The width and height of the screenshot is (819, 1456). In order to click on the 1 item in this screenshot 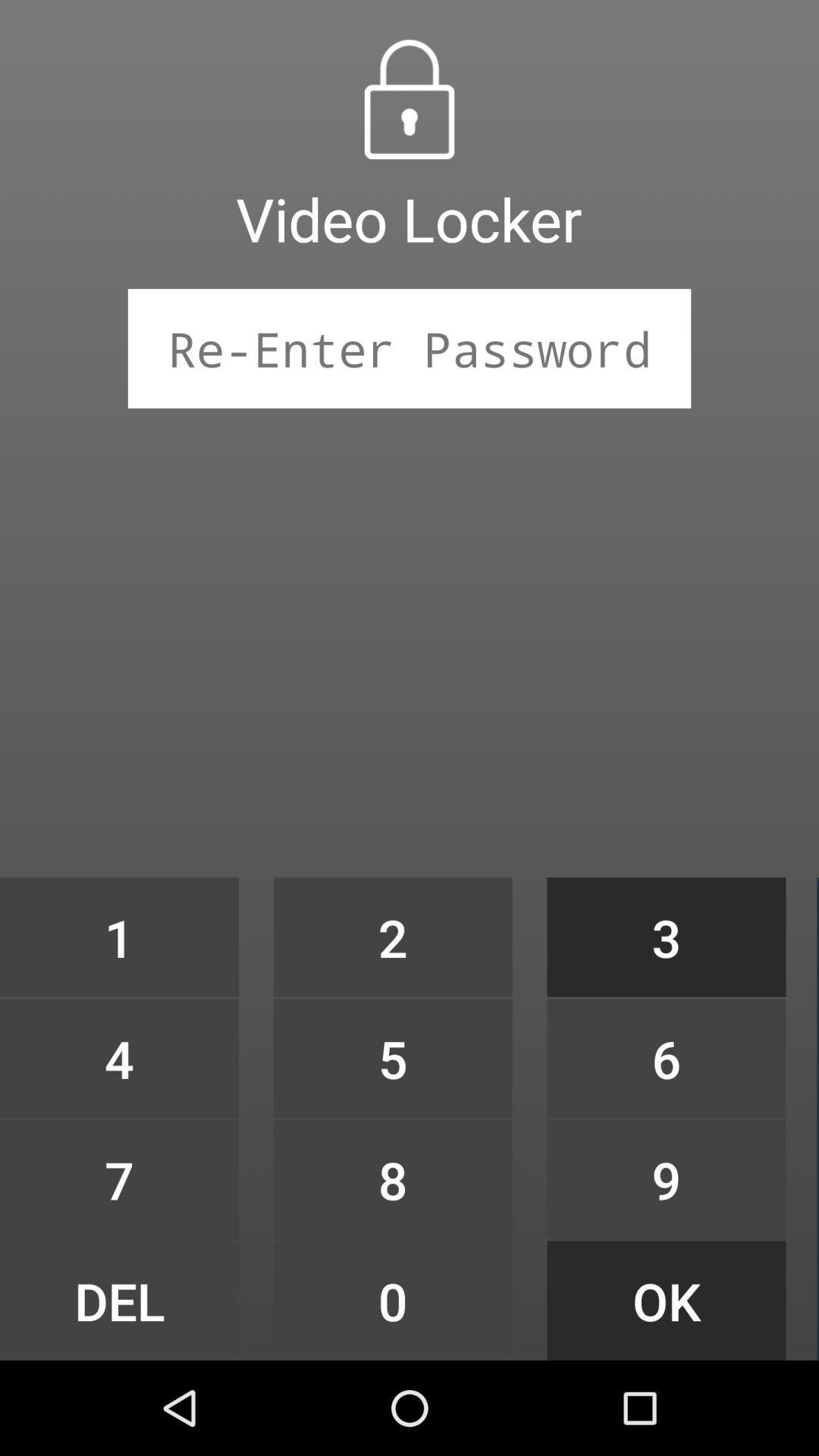, I will do `click(118, 937)`.